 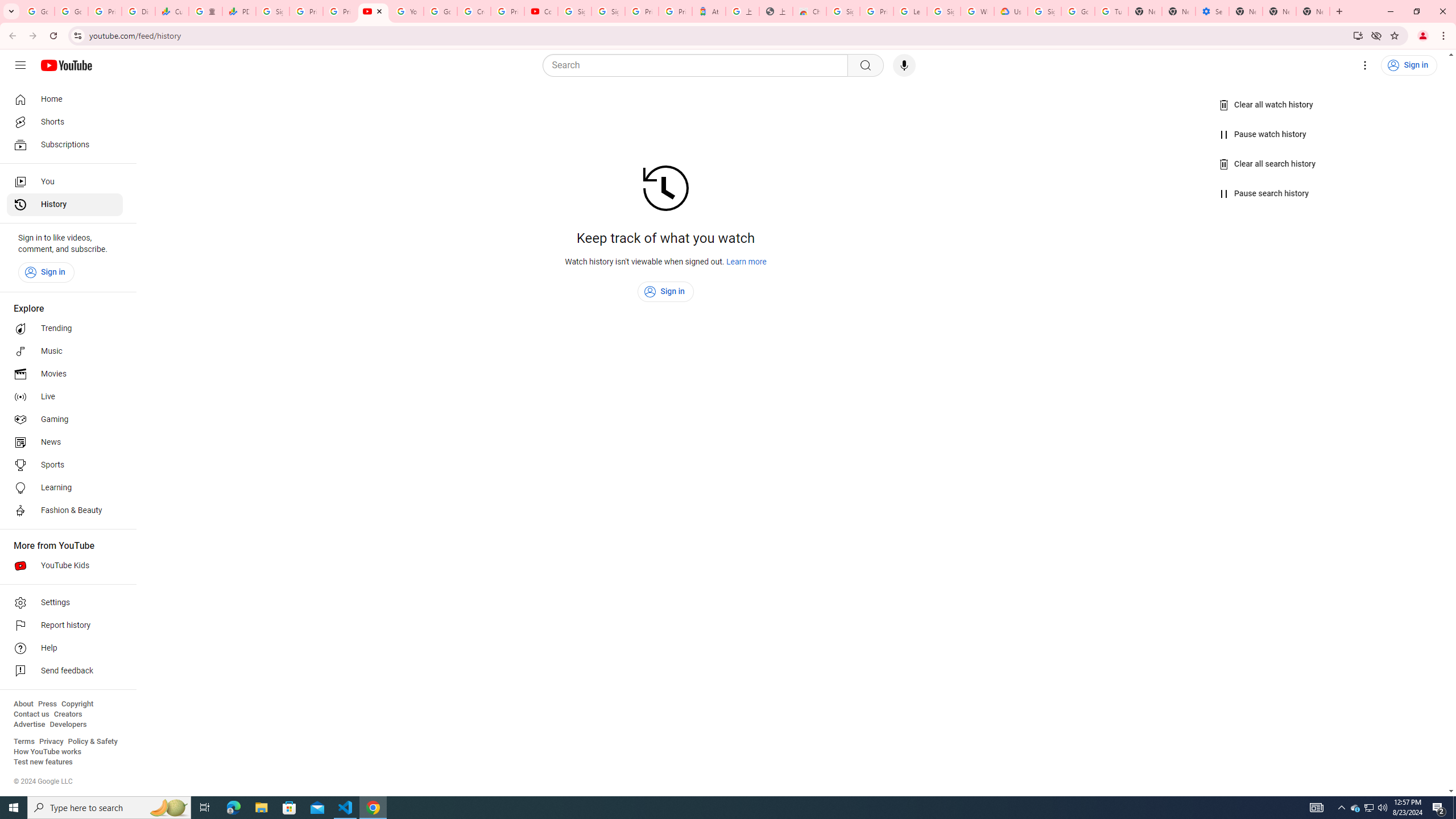 What do you see at coordinates (1246, 11) in the screenshot?
I see `'New Tab'` at bounding box center [1246, 11].